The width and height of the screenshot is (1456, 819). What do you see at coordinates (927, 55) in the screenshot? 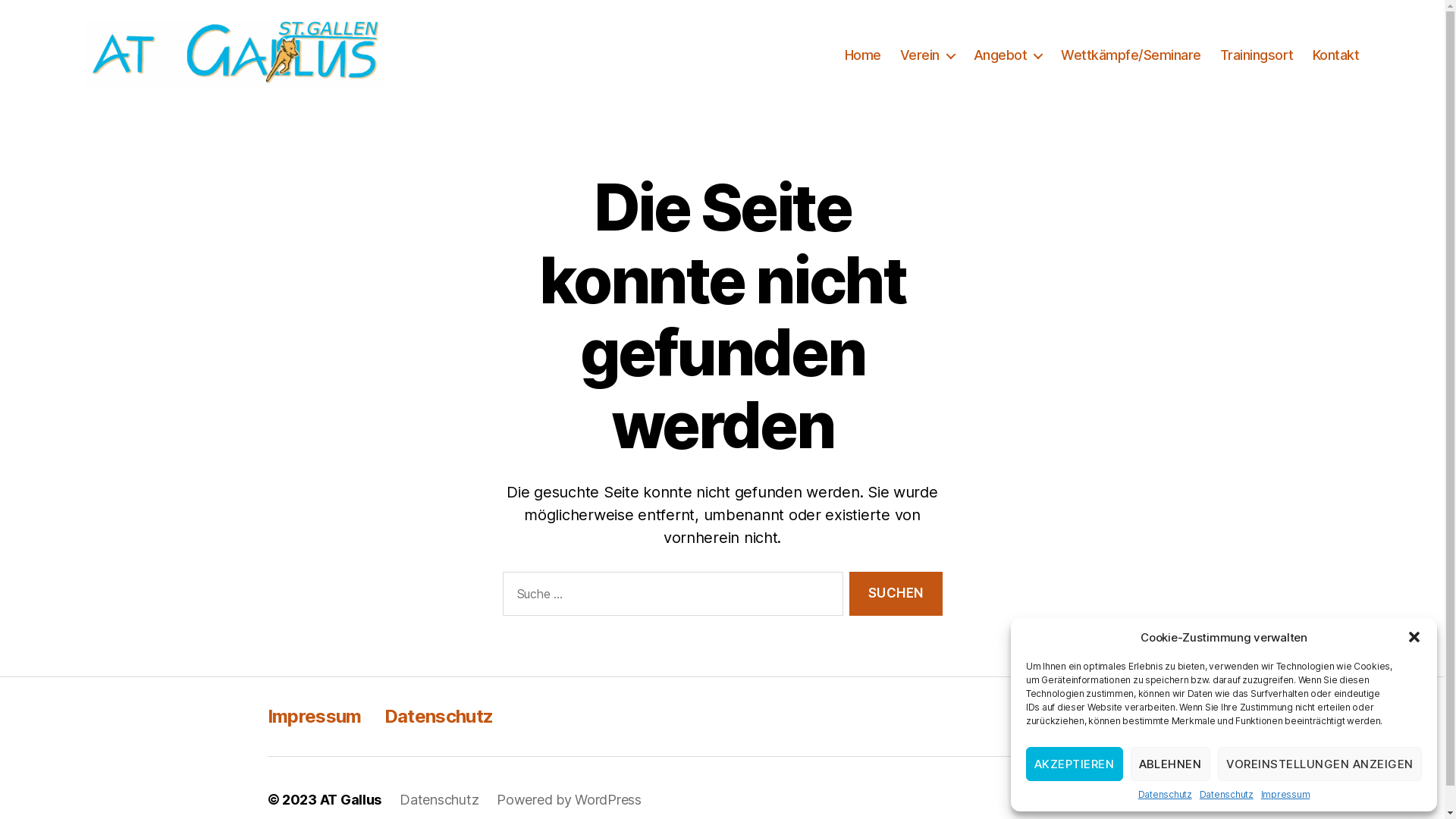
I see `'Verein'` at bounding box center [927, 55].